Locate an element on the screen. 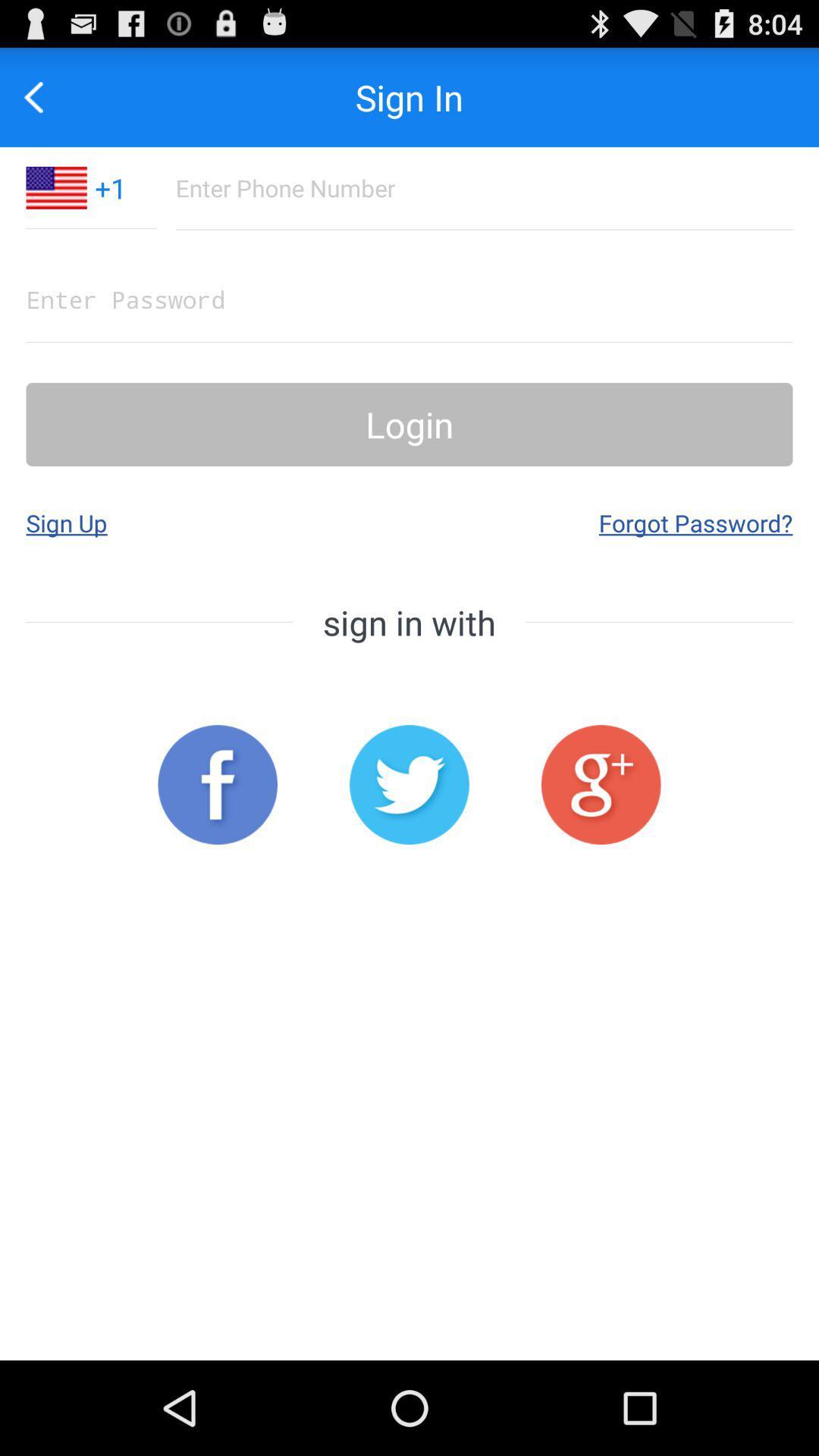  text box is located at coordinates (409, 299).